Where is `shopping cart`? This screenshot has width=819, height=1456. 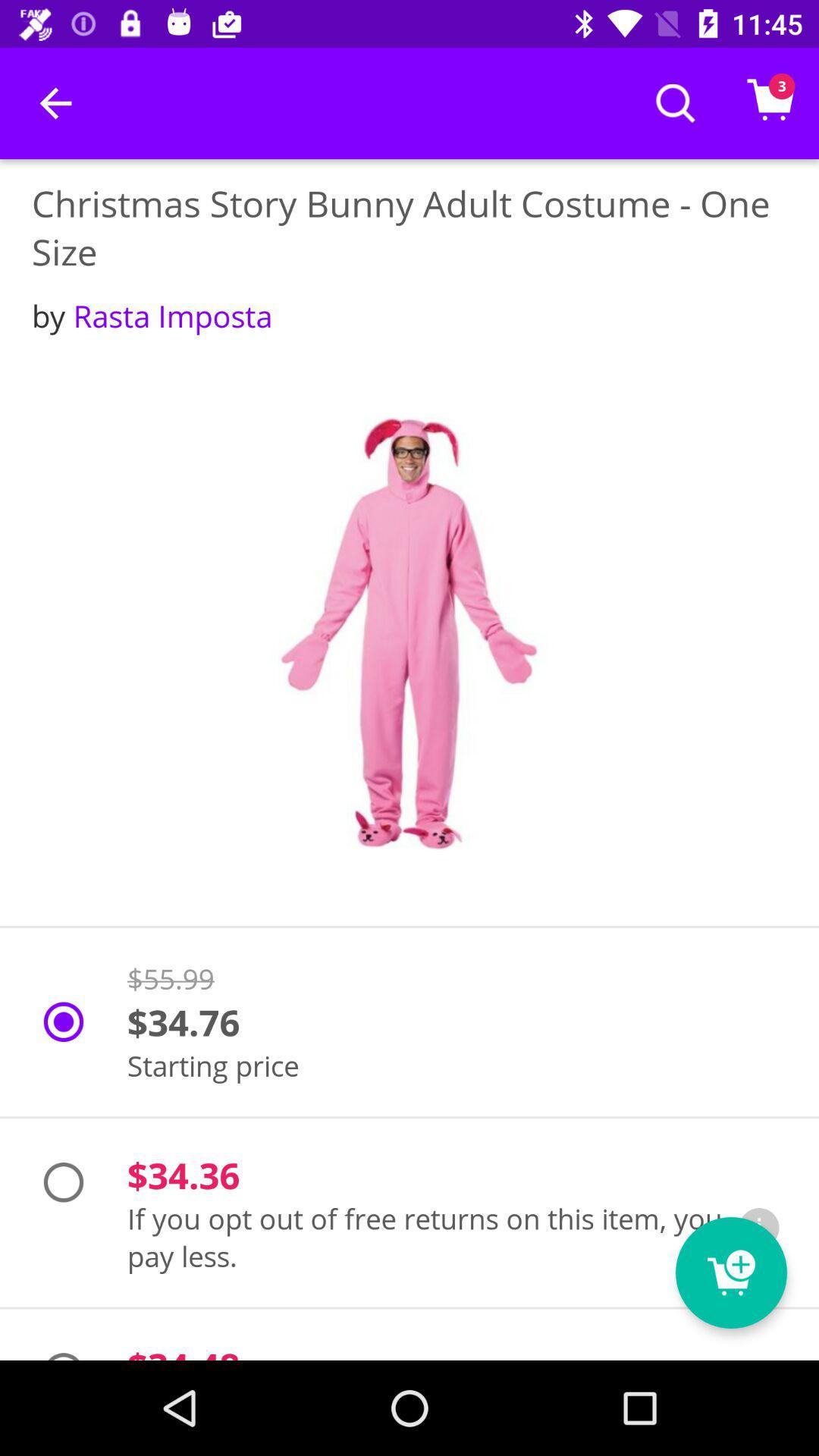 shopping cart is located at coordinates (730, 1272).